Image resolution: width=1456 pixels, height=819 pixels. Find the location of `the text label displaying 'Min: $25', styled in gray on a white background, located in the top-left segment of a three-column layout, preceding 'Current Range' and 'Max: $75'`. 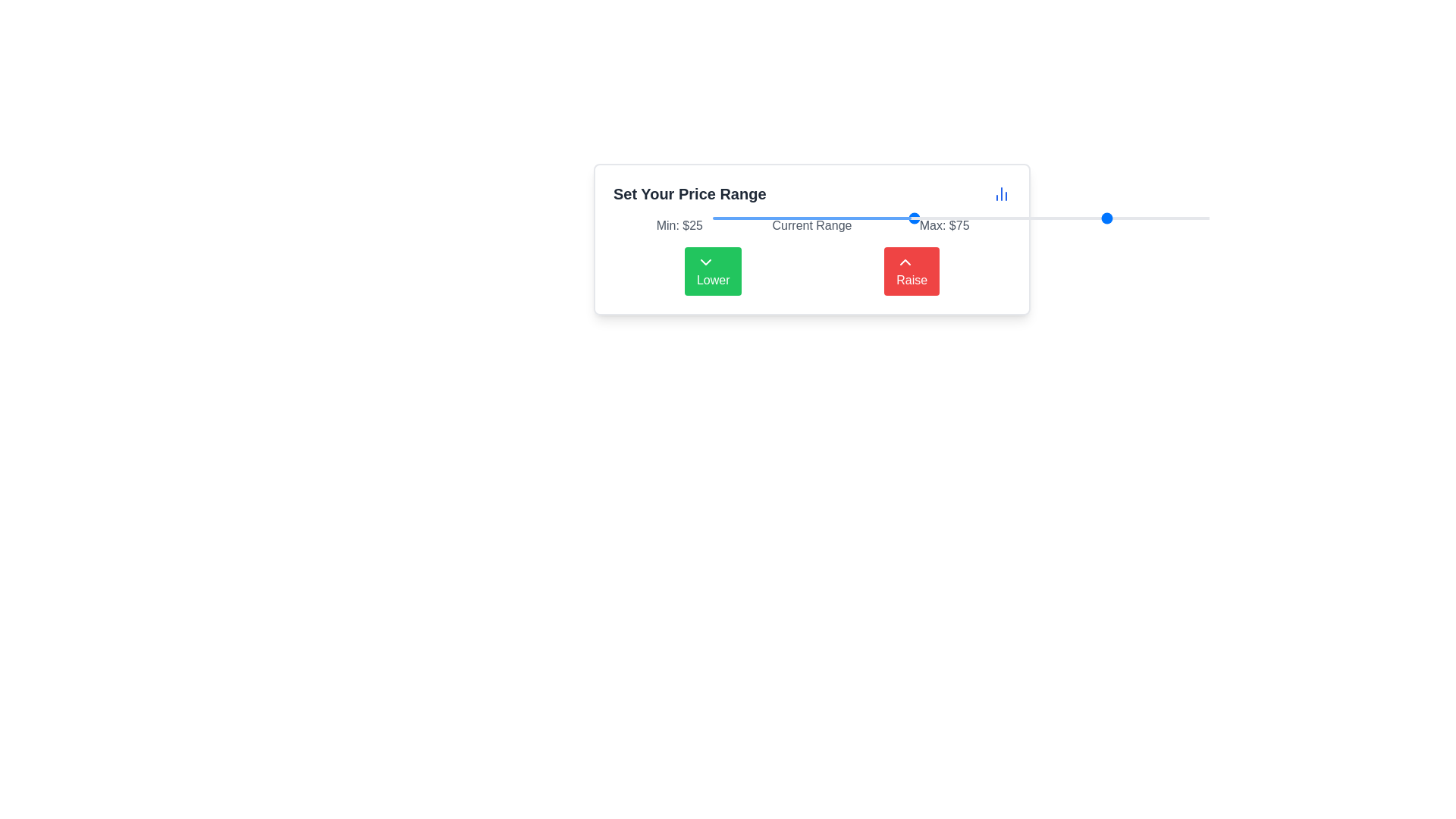

the text label displaying 'Min: $25', styled in gray on a white background, located in the top-left segment of a three-column layout, preceding 'Current Range' and 'Max: $75' is located at coordinates (679, 225).